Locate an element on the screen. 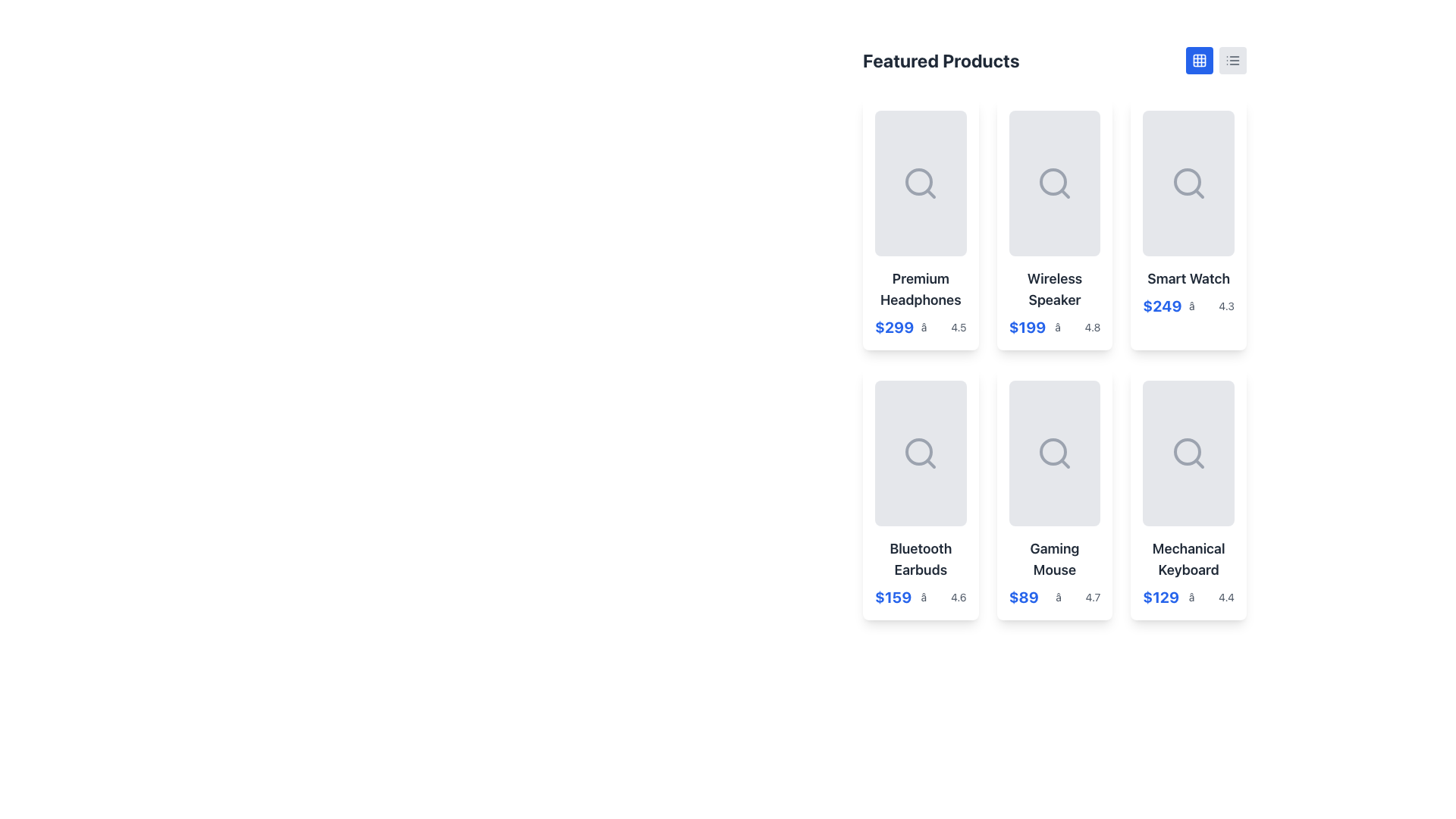  the decorative circle that represents the focal point of the magnifying glass icon located in the top-left corner of the 'Premium Headphones' card is located at coordinates (918, 180).